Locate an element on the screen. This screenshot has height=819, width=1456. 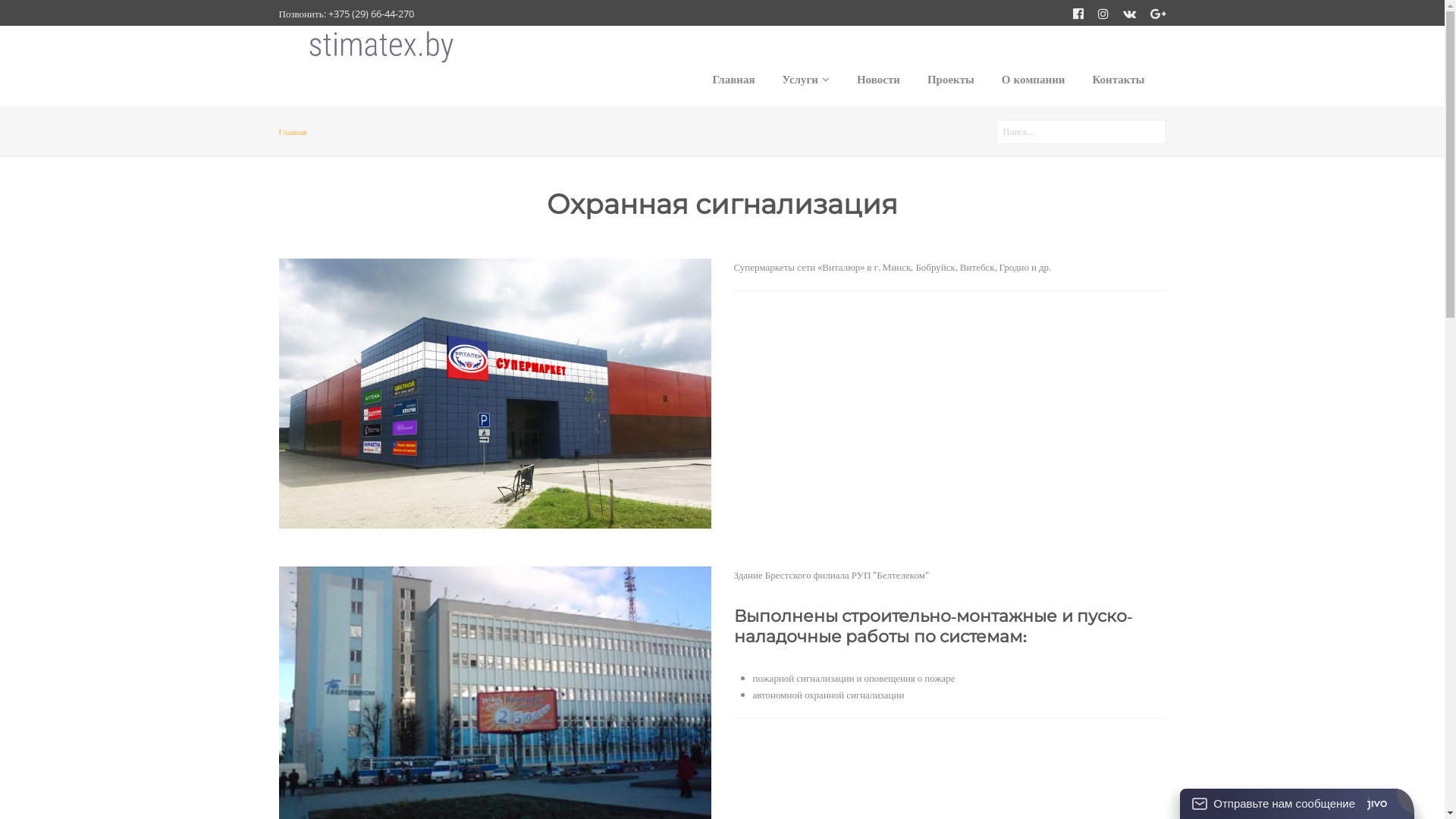
'Enter the terms you wish to search for.' is located at coordinates (1080, 130).